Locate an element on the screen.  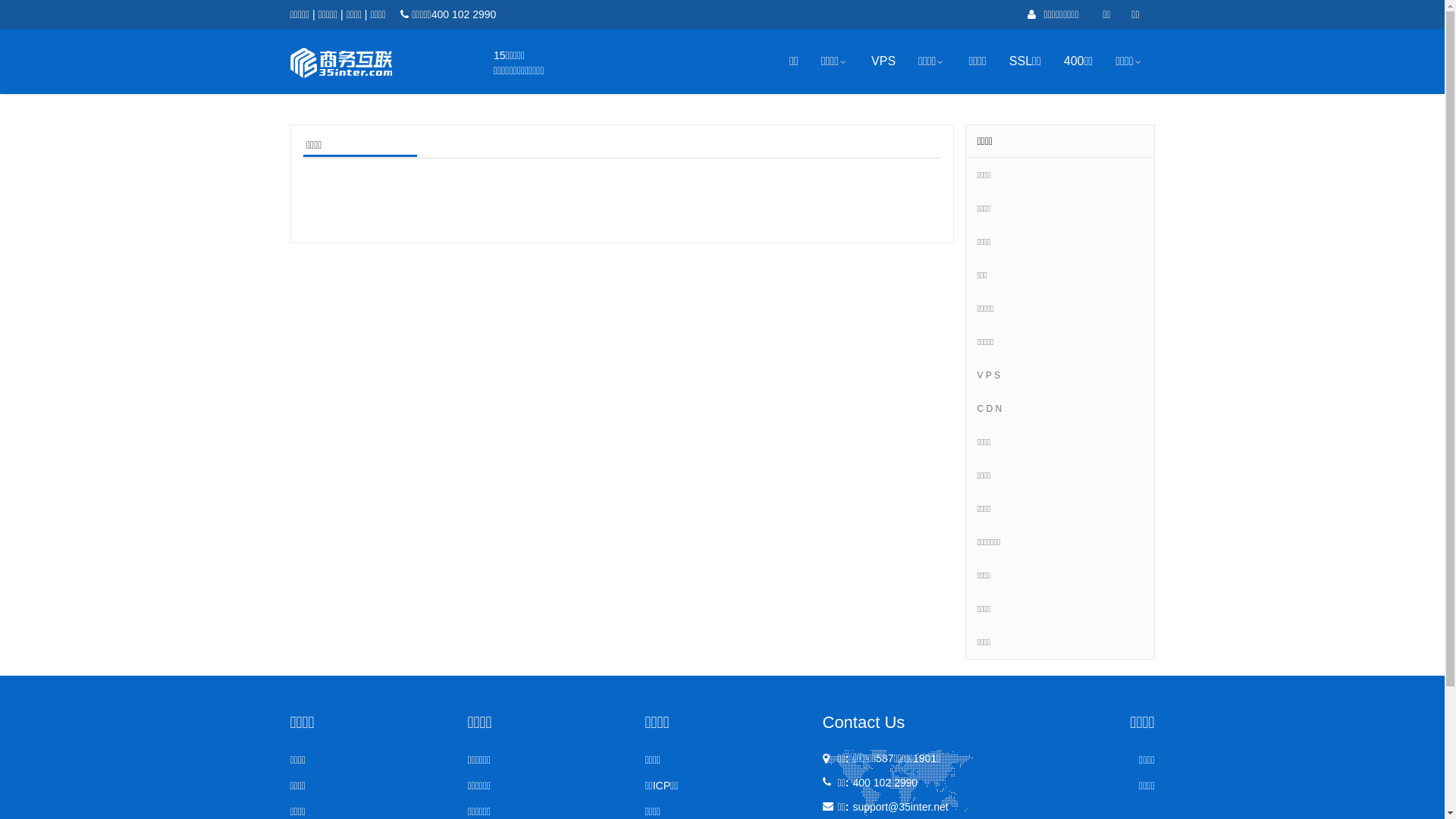
'support@35inter.net' is located at coordinates (899, 806).